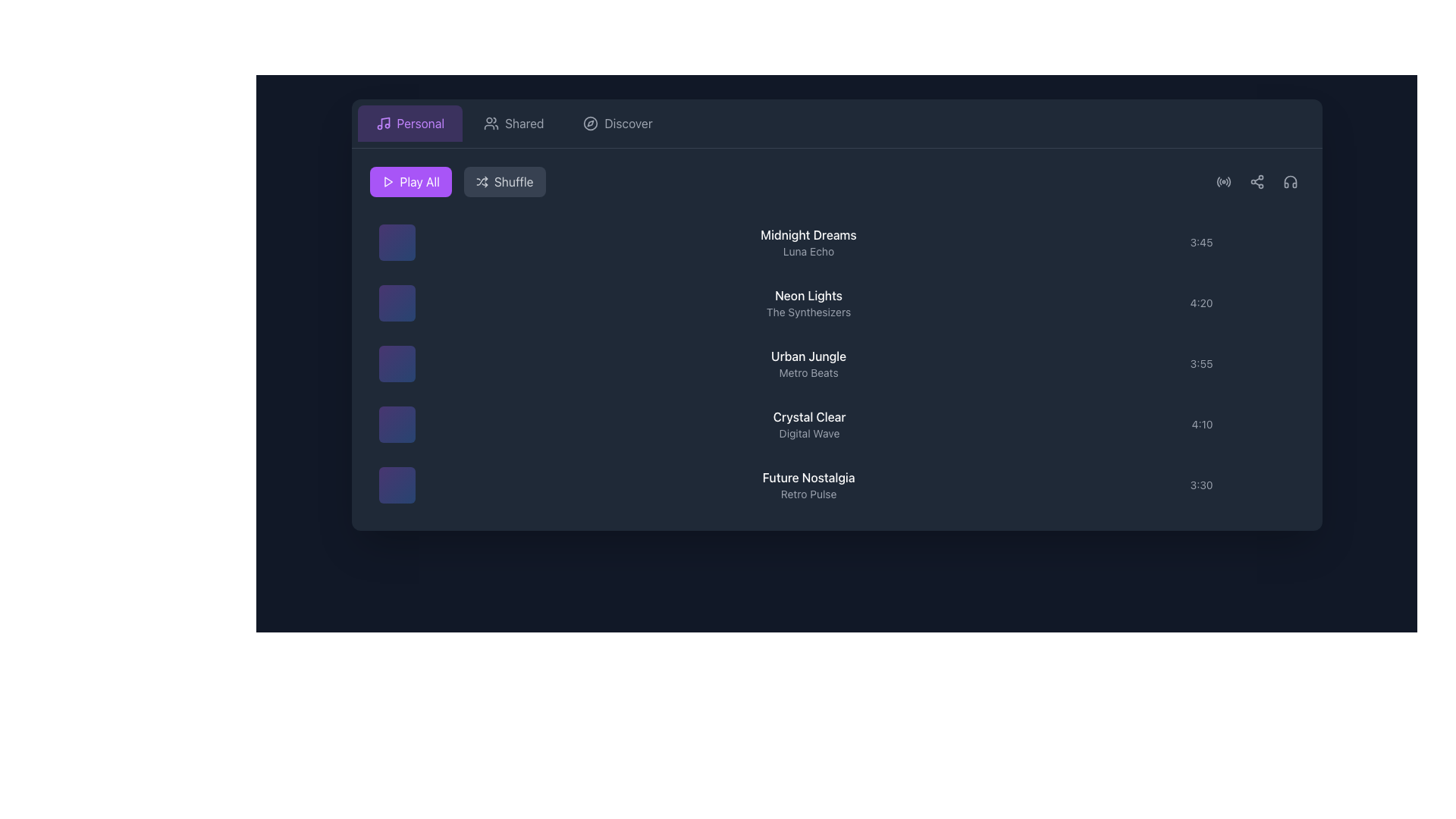  Describe the element at coordinates (1201, 424) in the screenshot. I see `the text label displaying the duration '4:10', which is styled with a smaller font size and gray color, located at the bottom segment of the list entry titled 'Crystal Clear'` at that location.